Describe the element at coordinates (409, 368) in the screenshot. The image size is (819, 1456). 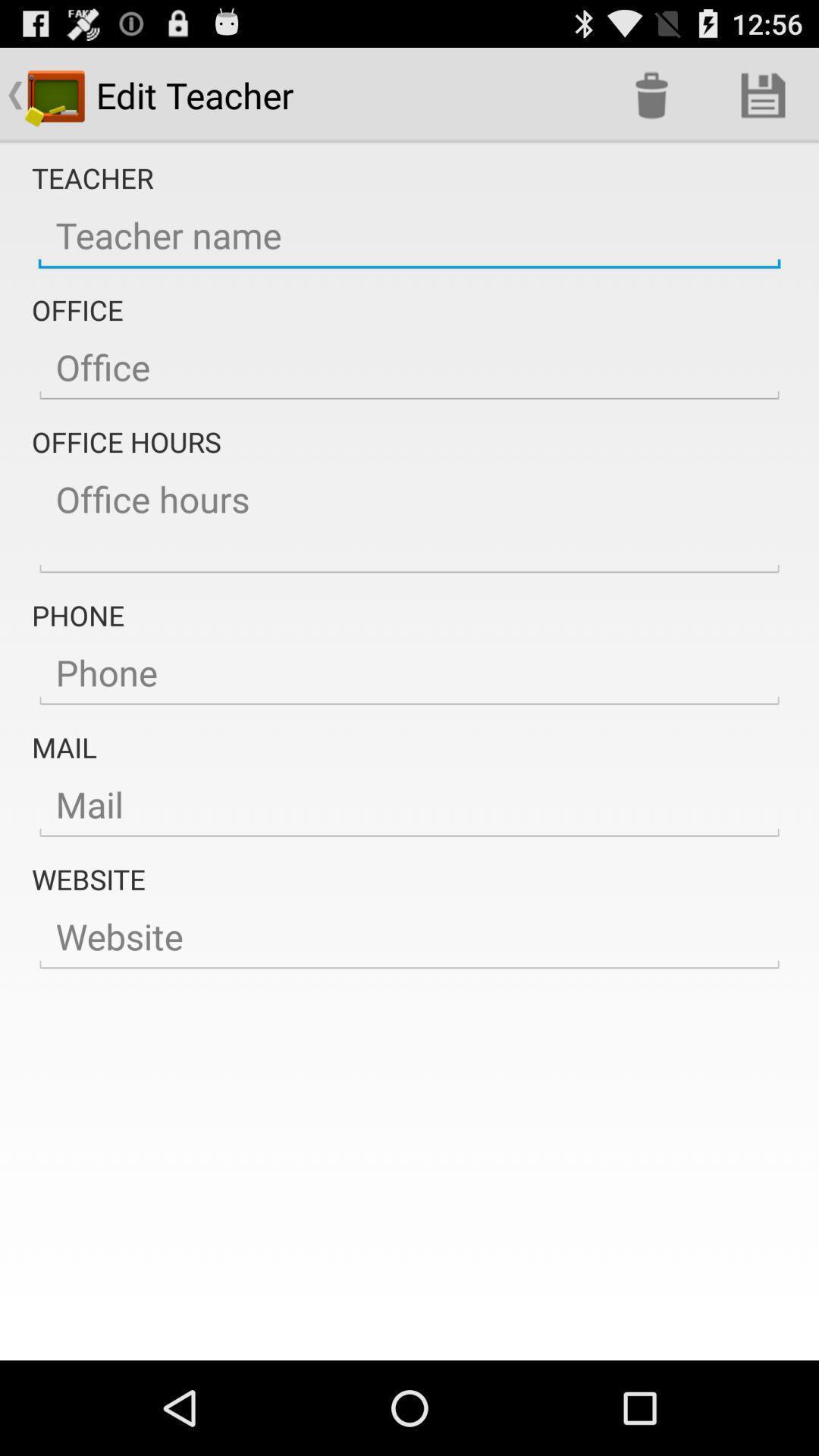
I see `type the office` at that location.